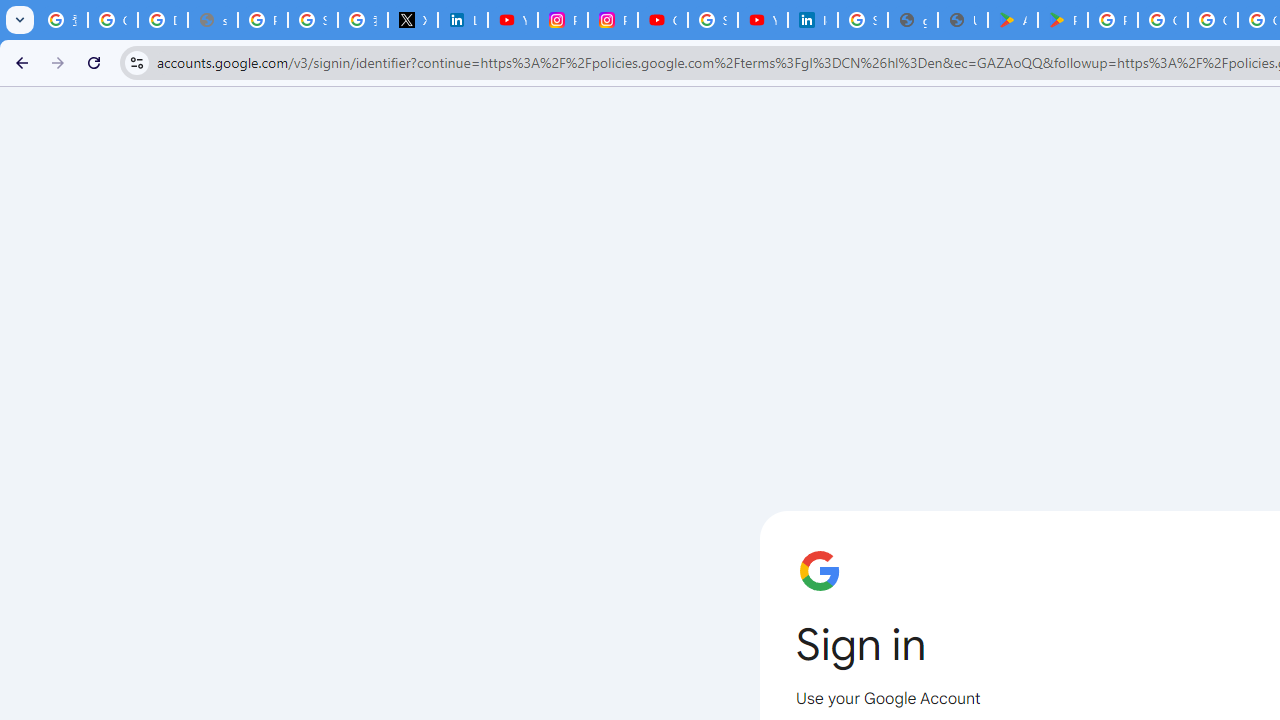 The image size is (1280, 720). What do you see at coordinates (411, 20) in the screenshot?
I see `'X'` at bounding box center [411, 20].